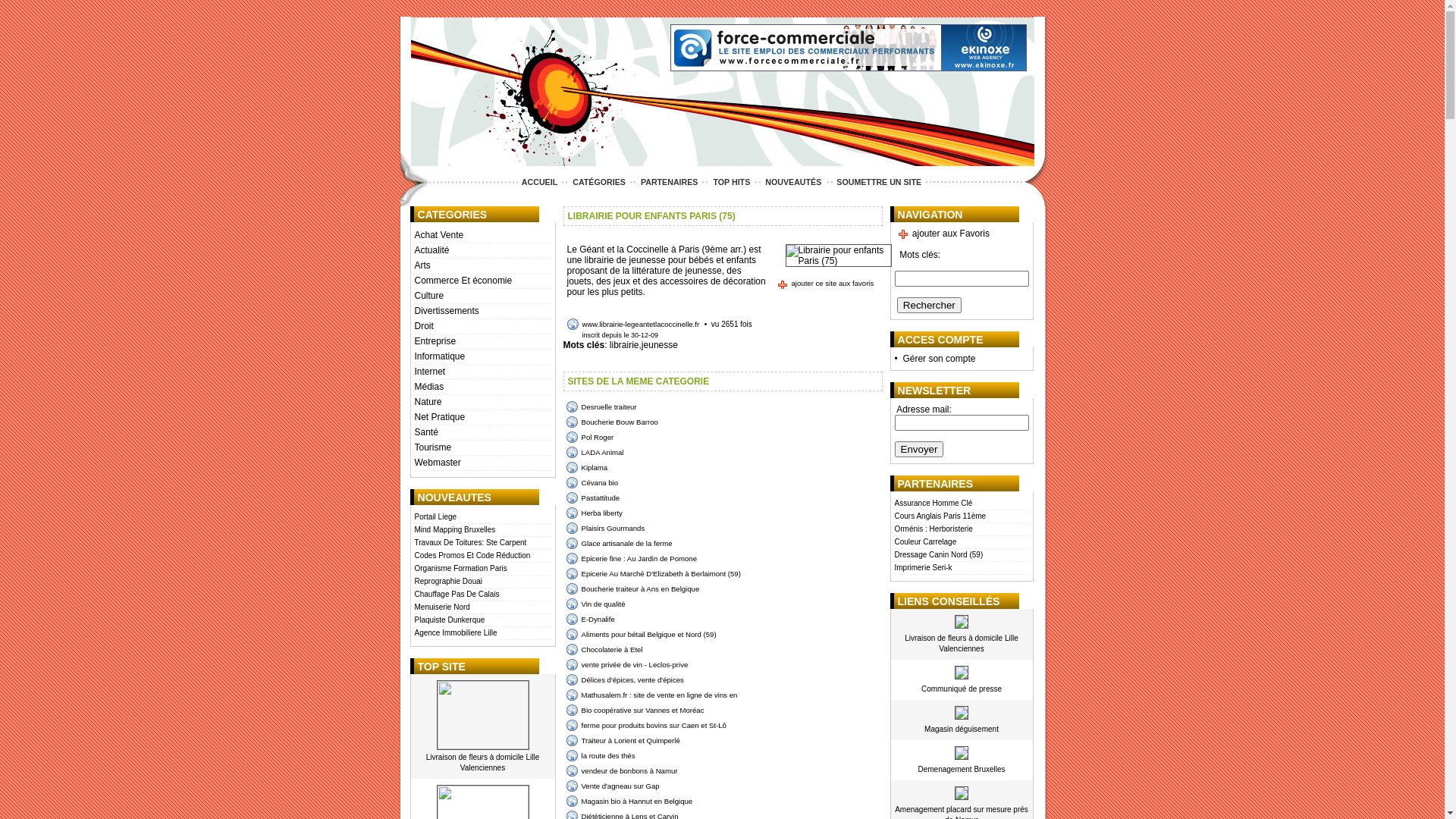 Image resolution: width=1456 pixels, height=819 pixels. What do you see at coordinates (481, 529) in the screenshot?
I see `'Mind Mapping Bruxelles'` at bounding box center [481, 529].